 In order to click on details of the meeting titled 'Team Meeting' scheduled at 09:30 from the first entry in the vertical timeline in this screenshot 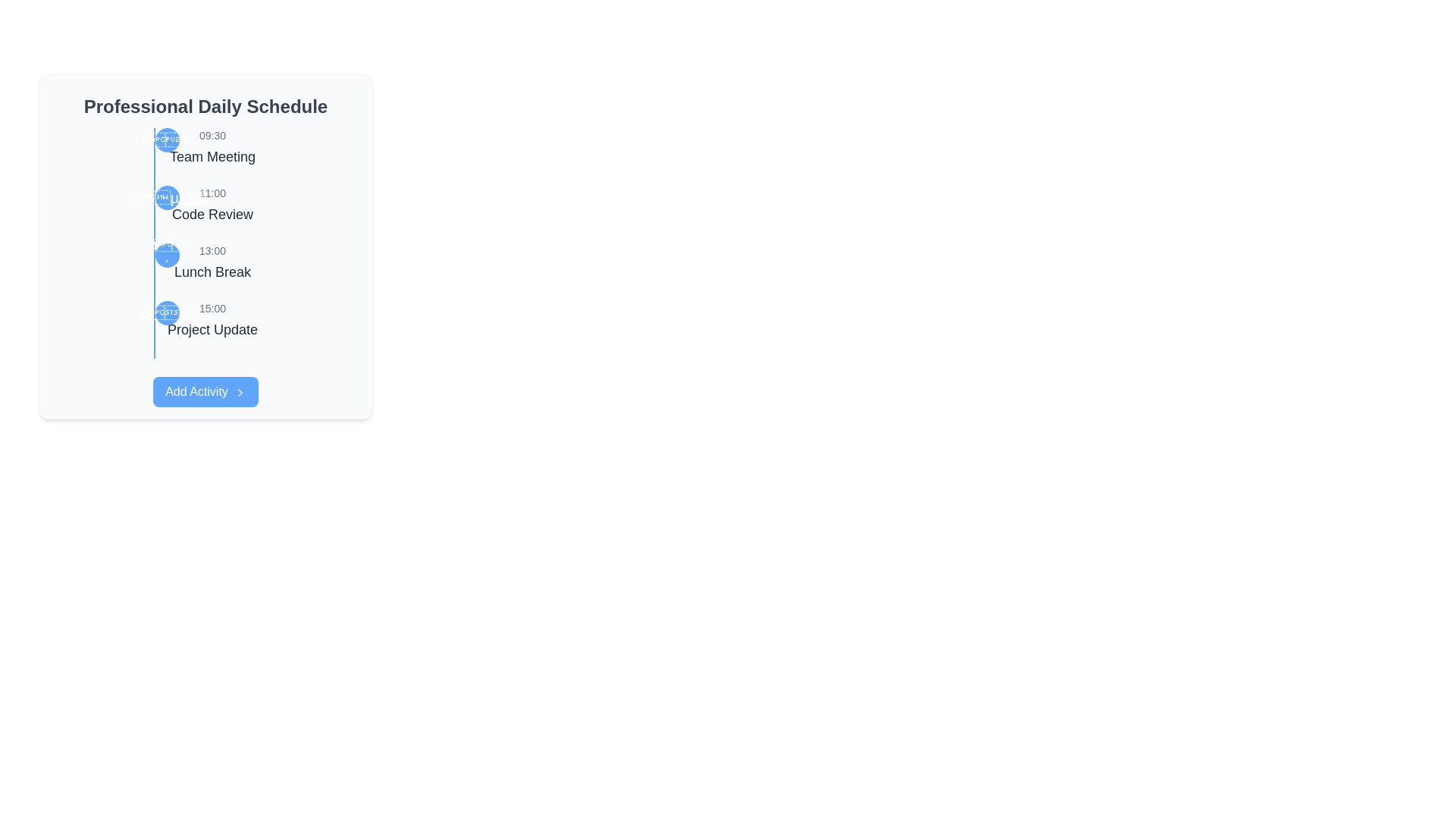, I will do `click(212, 148)`.